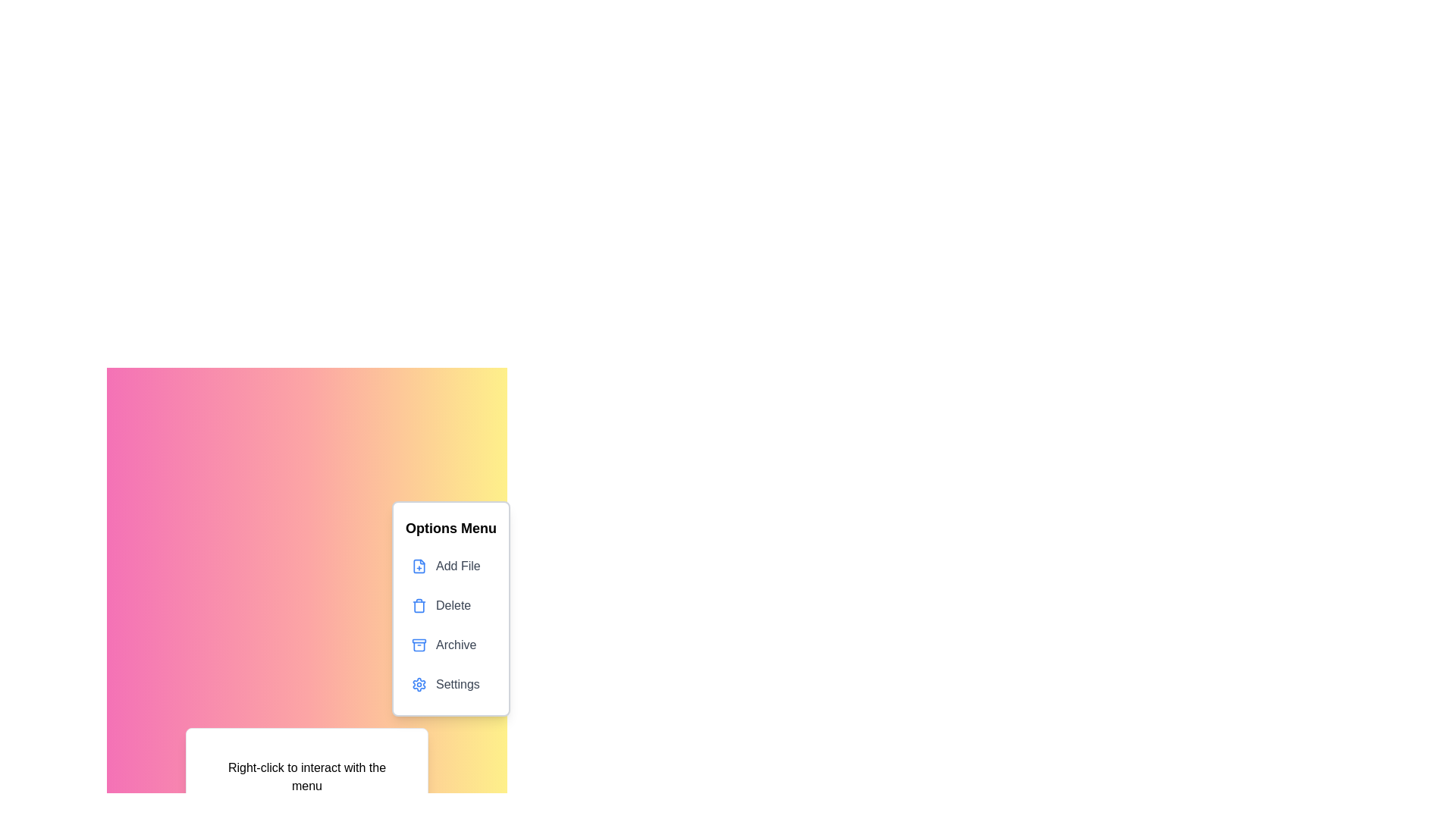  What do you see at coordinates (450, 645) in the screenshot?
I see `the 'Archive' option in the context menu` at bounding box center [450, 645].